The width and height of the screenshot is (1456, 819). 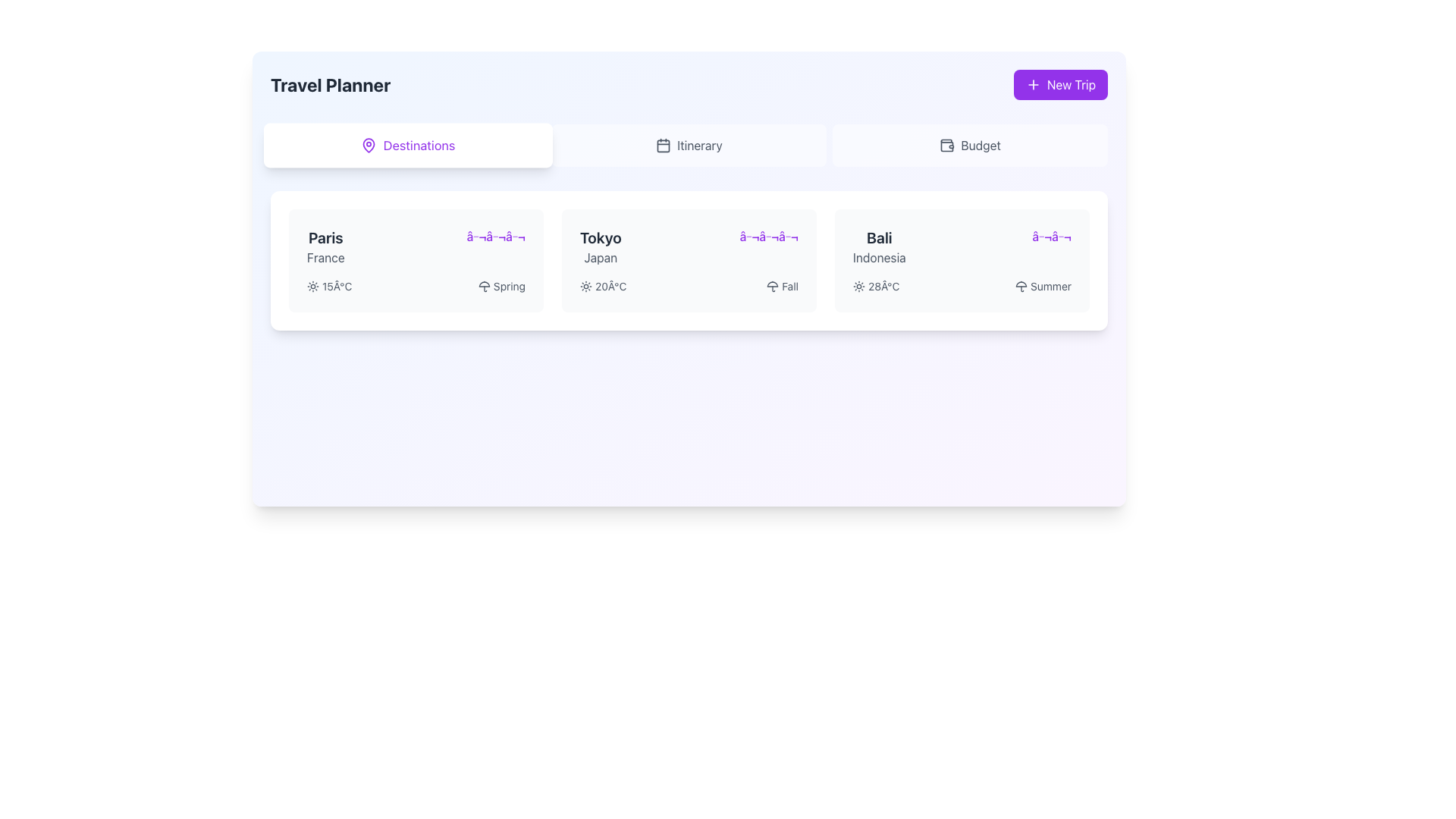 I want to click on the '+' icon located to the left of the 'New Trip' button in the top-right corner of the interface, so click(x=1032, y=84).